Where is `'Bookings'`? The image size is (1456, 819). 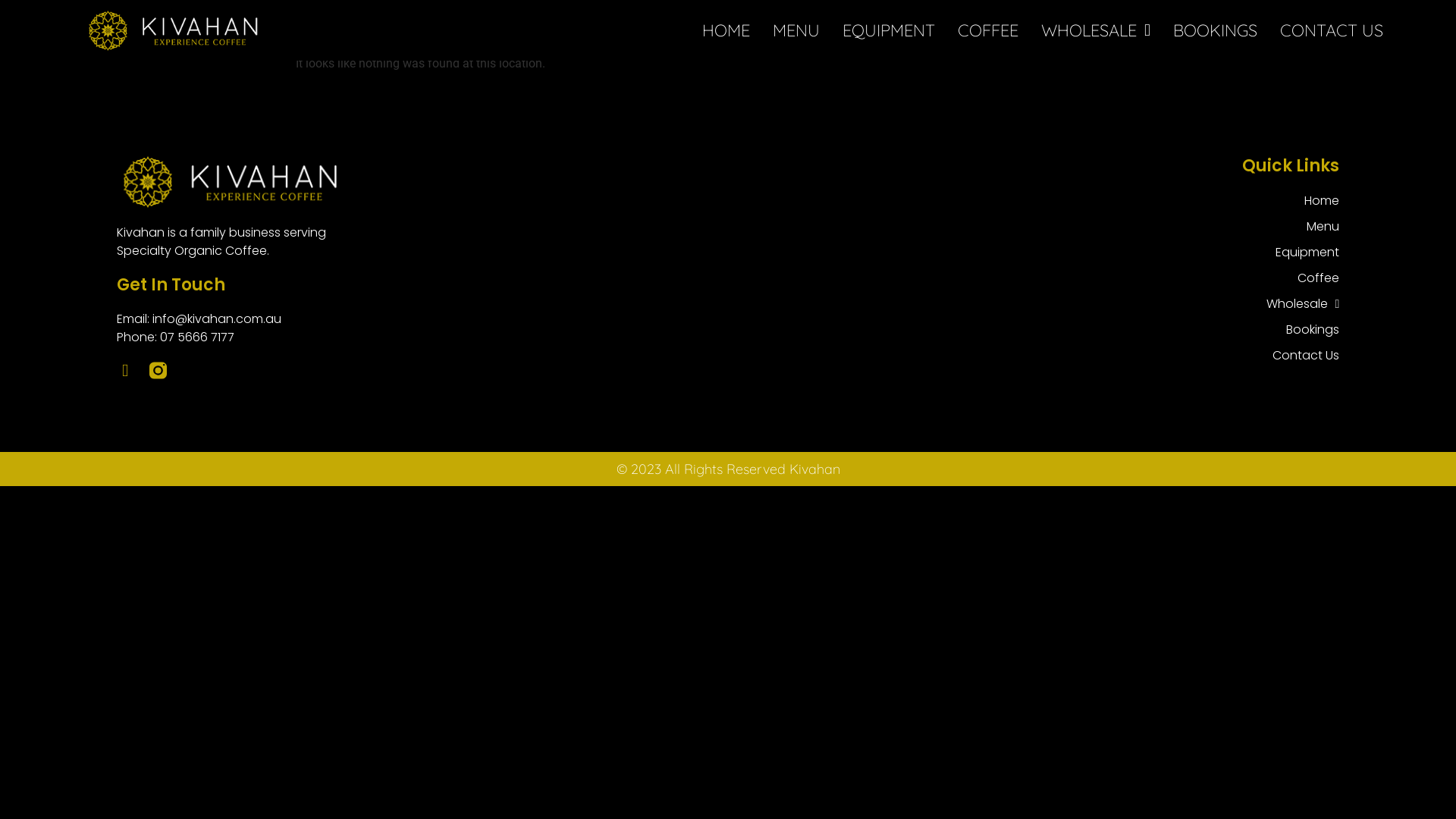
'Bookings' is located at coordinates (1302, 329).